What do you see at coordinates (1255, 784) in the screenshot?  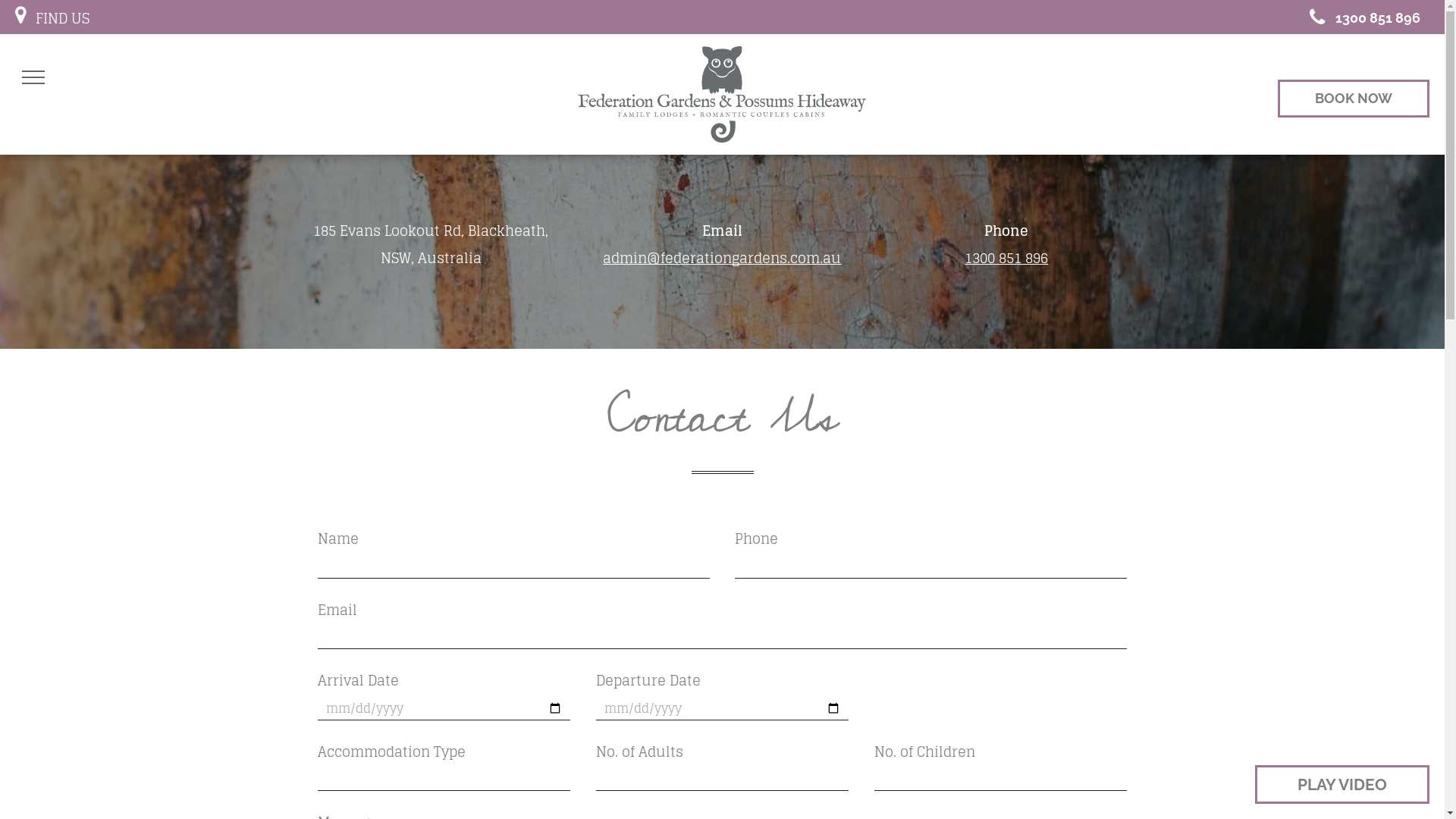 I see `'PLAY VIDEO'` at bounding box center [1255, 784].